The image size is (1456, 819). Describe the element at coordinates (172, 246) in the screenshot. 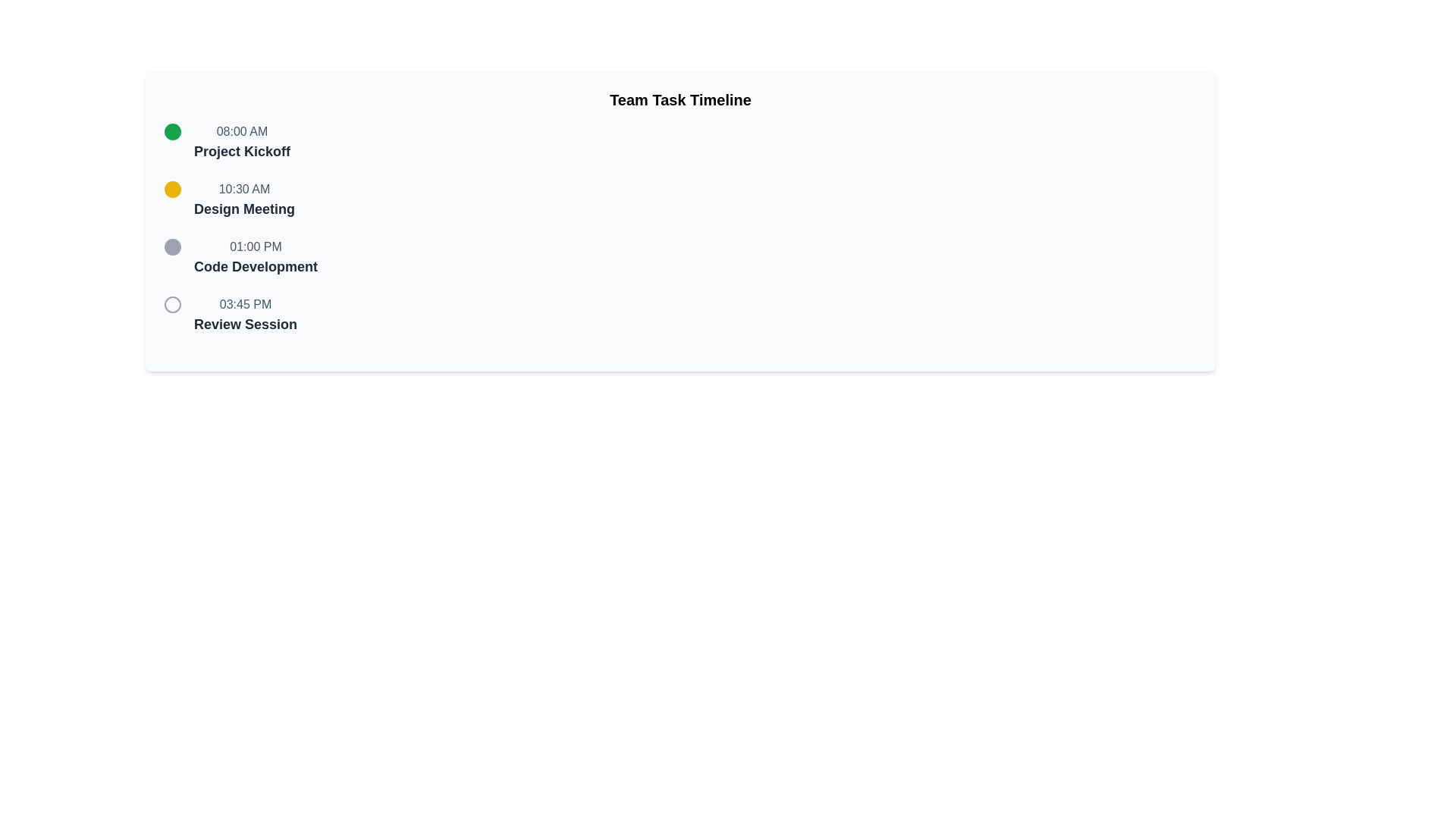

I see `the third SVG circle element in the vertical sequence, which has a gray outline and no fill, adjacent to the '01:00 PM' timestamp and 'Code Development' label` at that location.